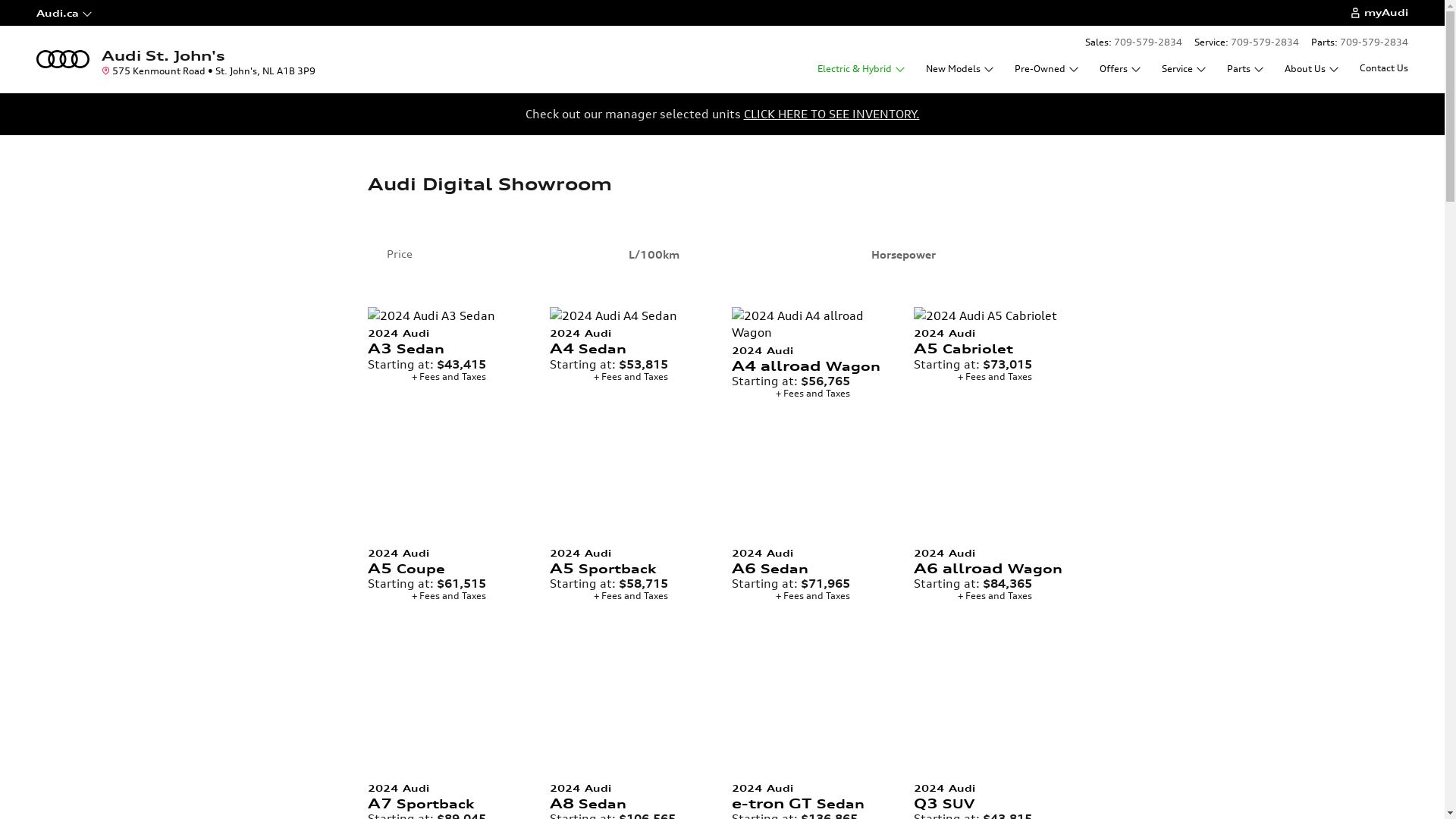 The image size is (1456, 819). Describe the element at coordinates (861, 68) in the screenshot. I see `'Electric & Hybrid'` at that location.